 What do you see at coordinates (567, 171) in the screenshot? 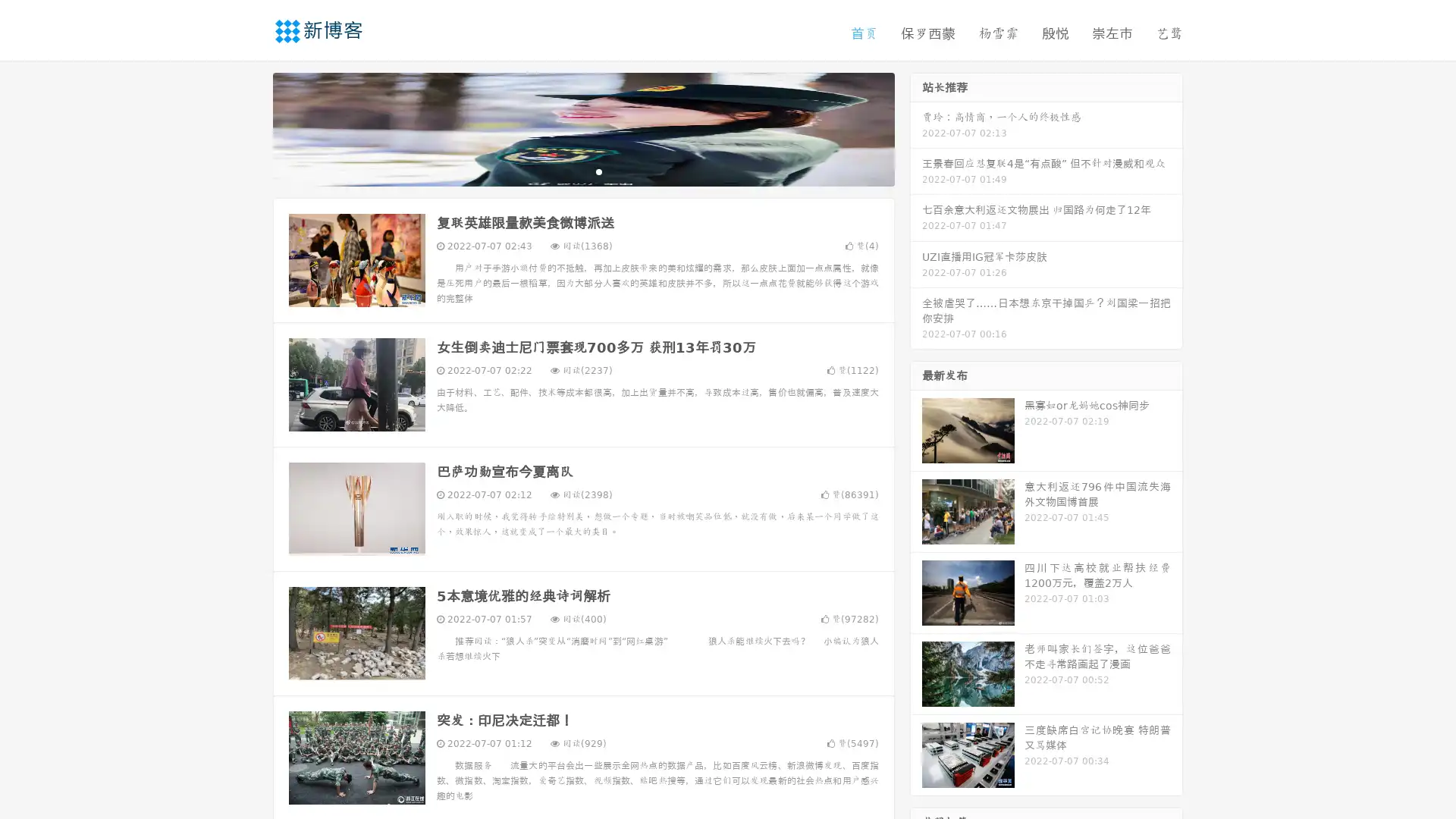
I see `Go to slide 1` at bounding box center [567, 171].